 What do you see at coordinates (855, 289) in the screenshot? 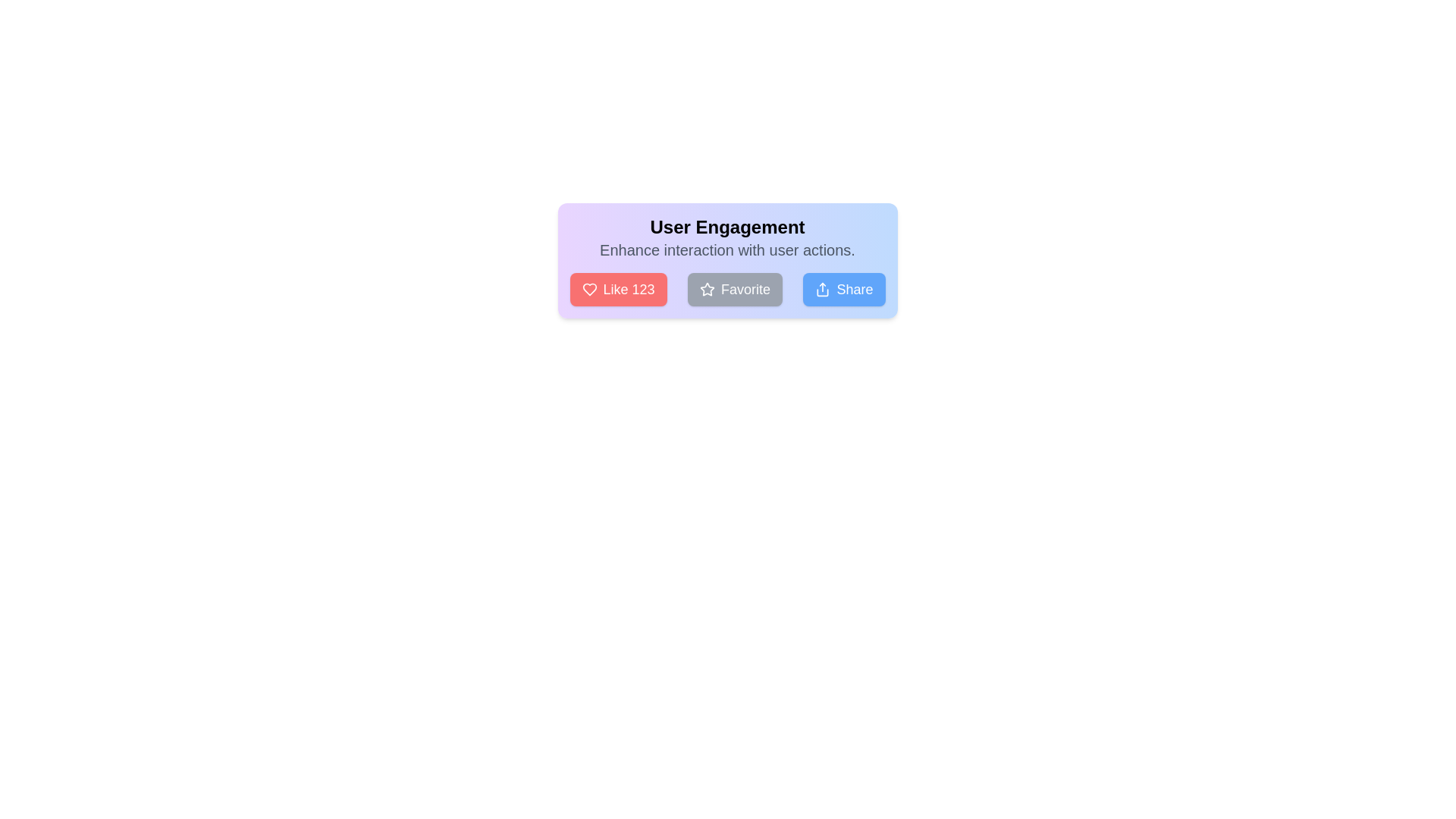
I see `text 'Share' from the blue text label located inside the interactive 'Share' button on the light blue background panel labeled 'User Engagement'` at bounding box center [855, 289].